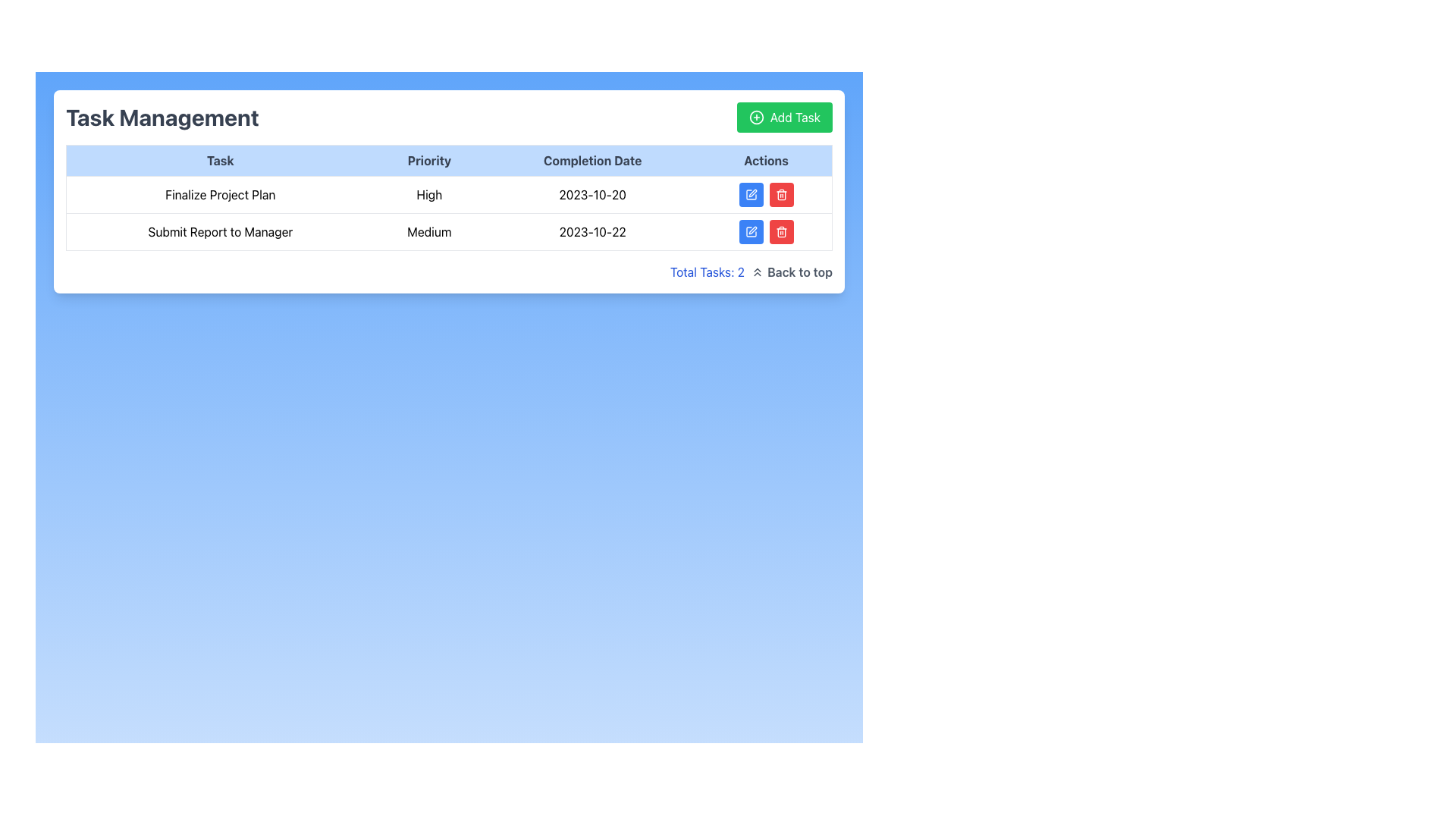  What do you see at coordinates (751, 194) in the screenshot?
I see `the action icon for 'Finalize Project Plan', which is a blue and white stylized square with a pen overlay` at bounding box center [751, 194].